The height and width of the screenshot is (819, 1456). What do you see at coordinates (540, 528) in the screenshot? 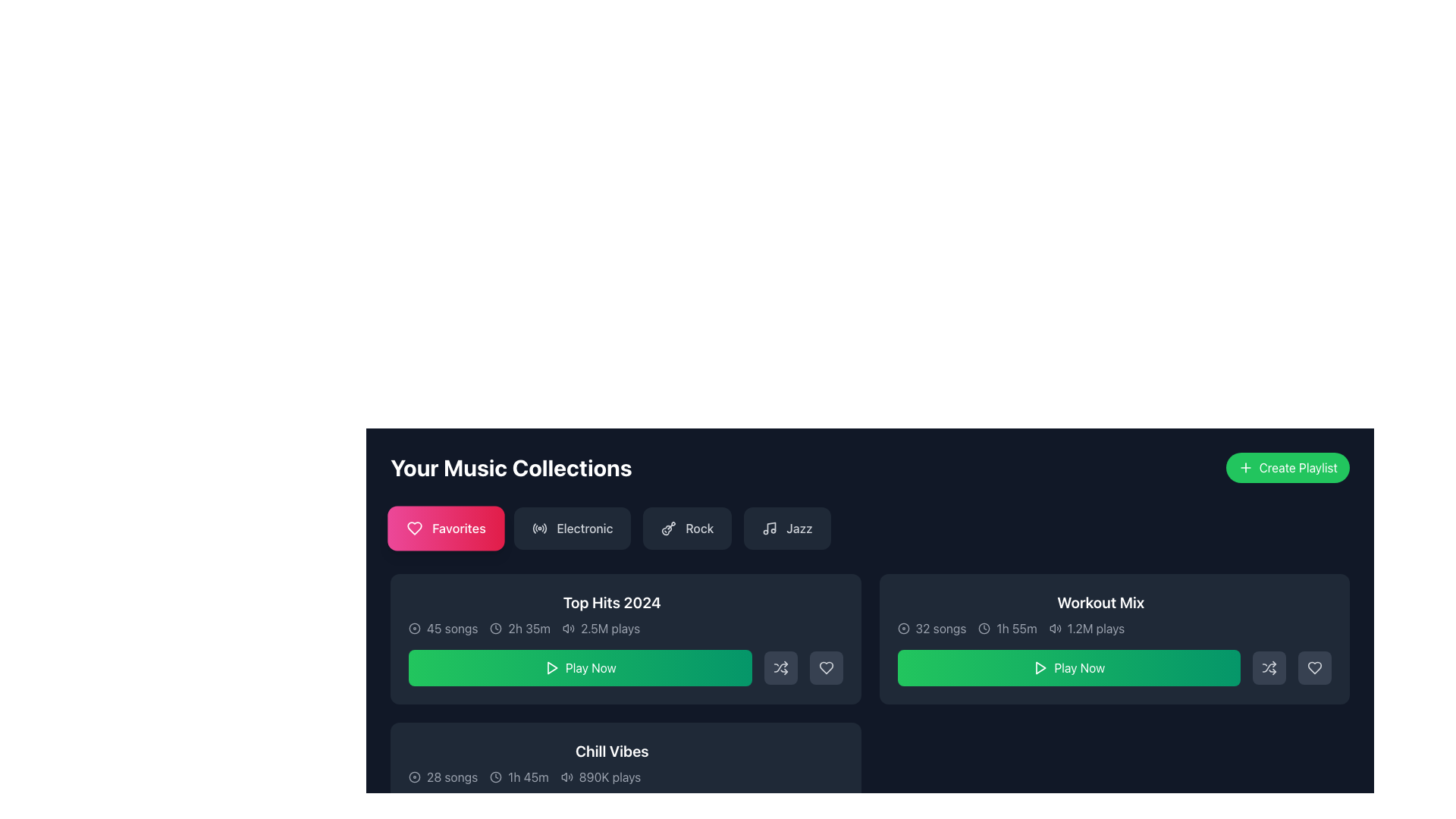
I see `the 'Electronic' category icon located to the left of the 'Electronic' button text in the music collection section` at bounding box center [540, 528].